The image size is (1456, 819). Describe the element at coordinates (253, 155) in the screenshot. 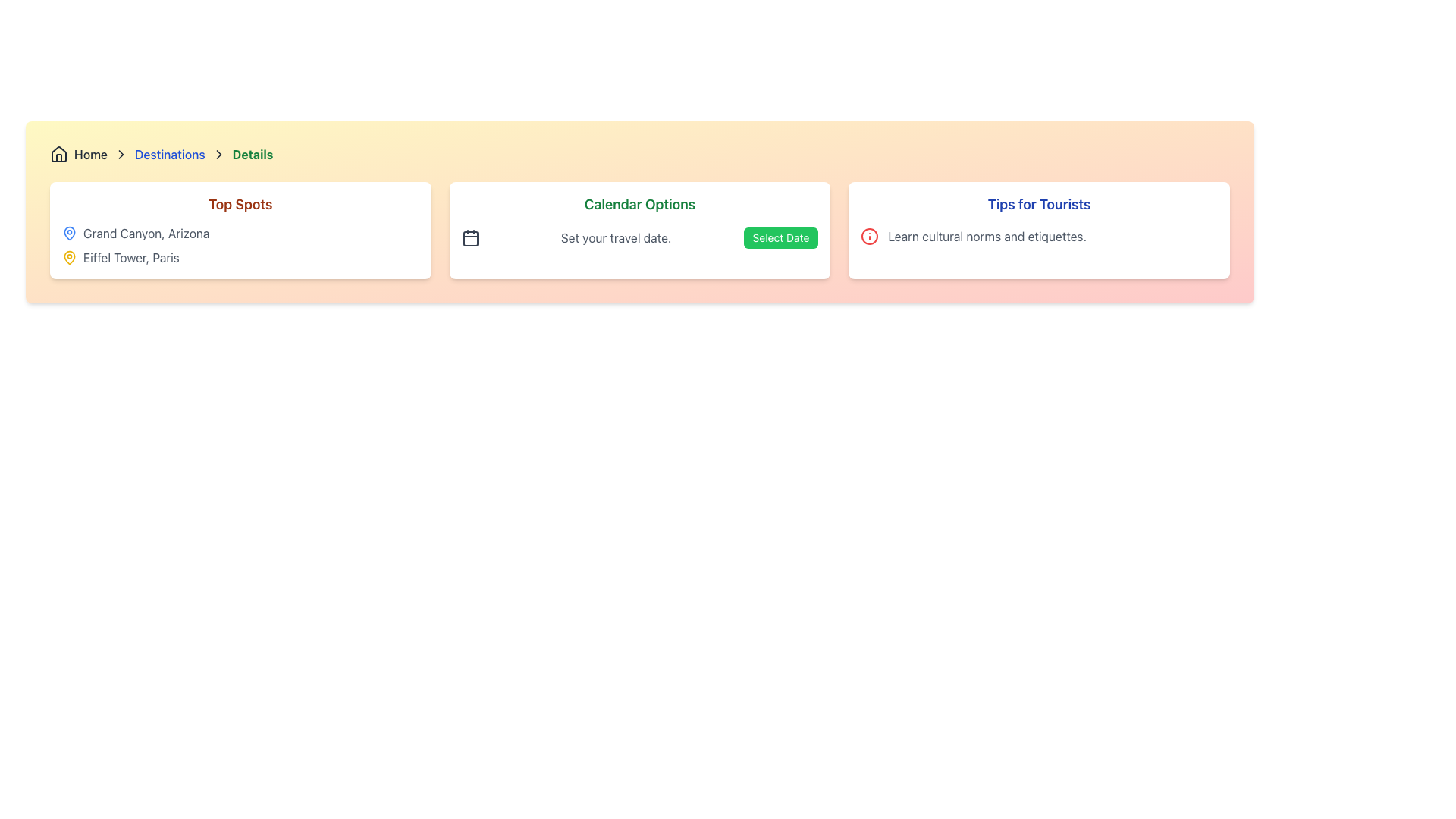

I see `the 'Details' text label in the breadcrumb navigation, which indicates the user's current location within the navigation hierarchy` at that location.